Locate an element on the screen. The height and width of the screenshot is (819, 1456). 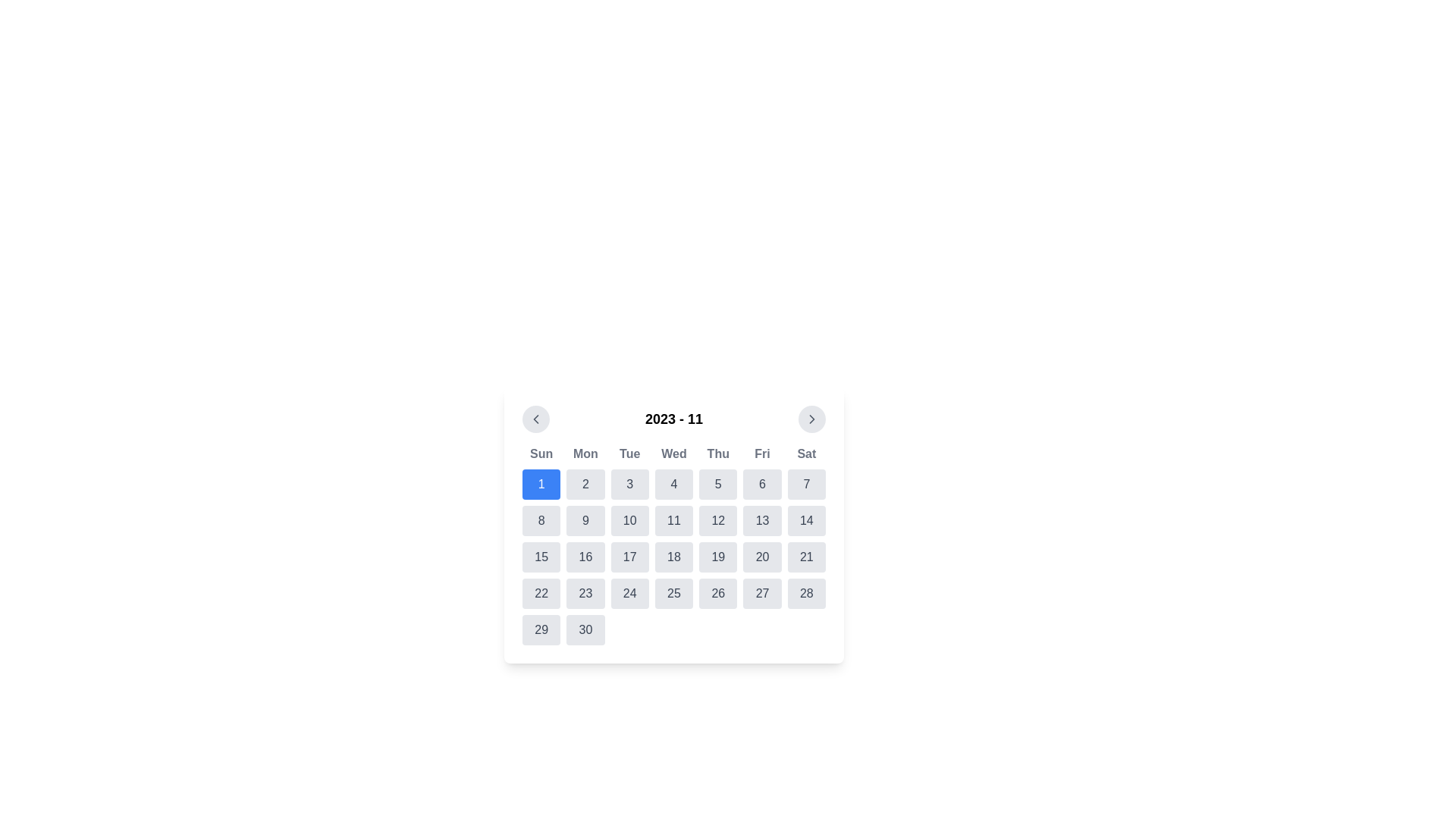
the button representing the selectable date '15' in the calendar interface is located at coordinates (541, 557).